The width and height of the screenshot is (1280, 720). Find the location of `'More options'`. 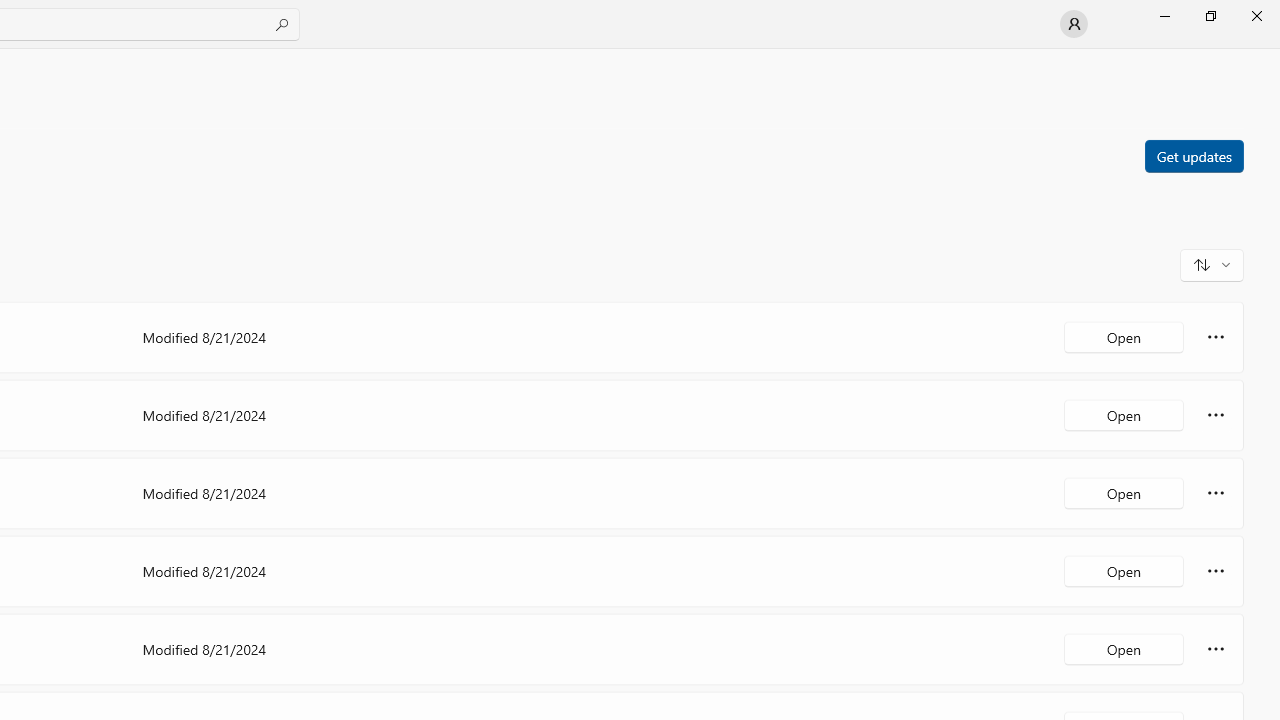

'More options' is located at coordinates (1215, 649).